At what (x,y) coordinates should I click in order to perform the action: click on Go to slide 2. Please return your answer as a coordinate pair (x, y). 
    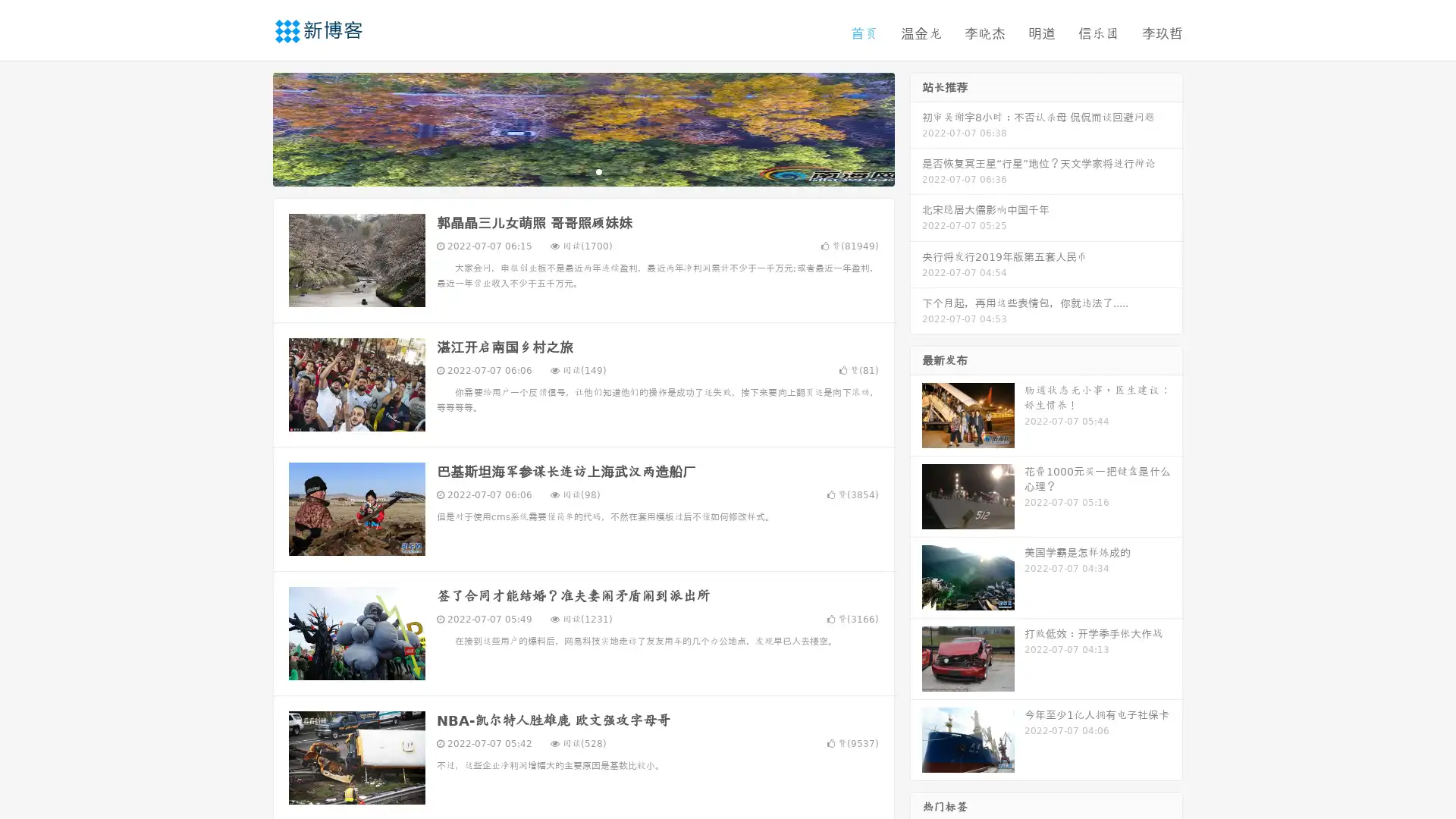
    Looking at the image, I should click on (582, 171).